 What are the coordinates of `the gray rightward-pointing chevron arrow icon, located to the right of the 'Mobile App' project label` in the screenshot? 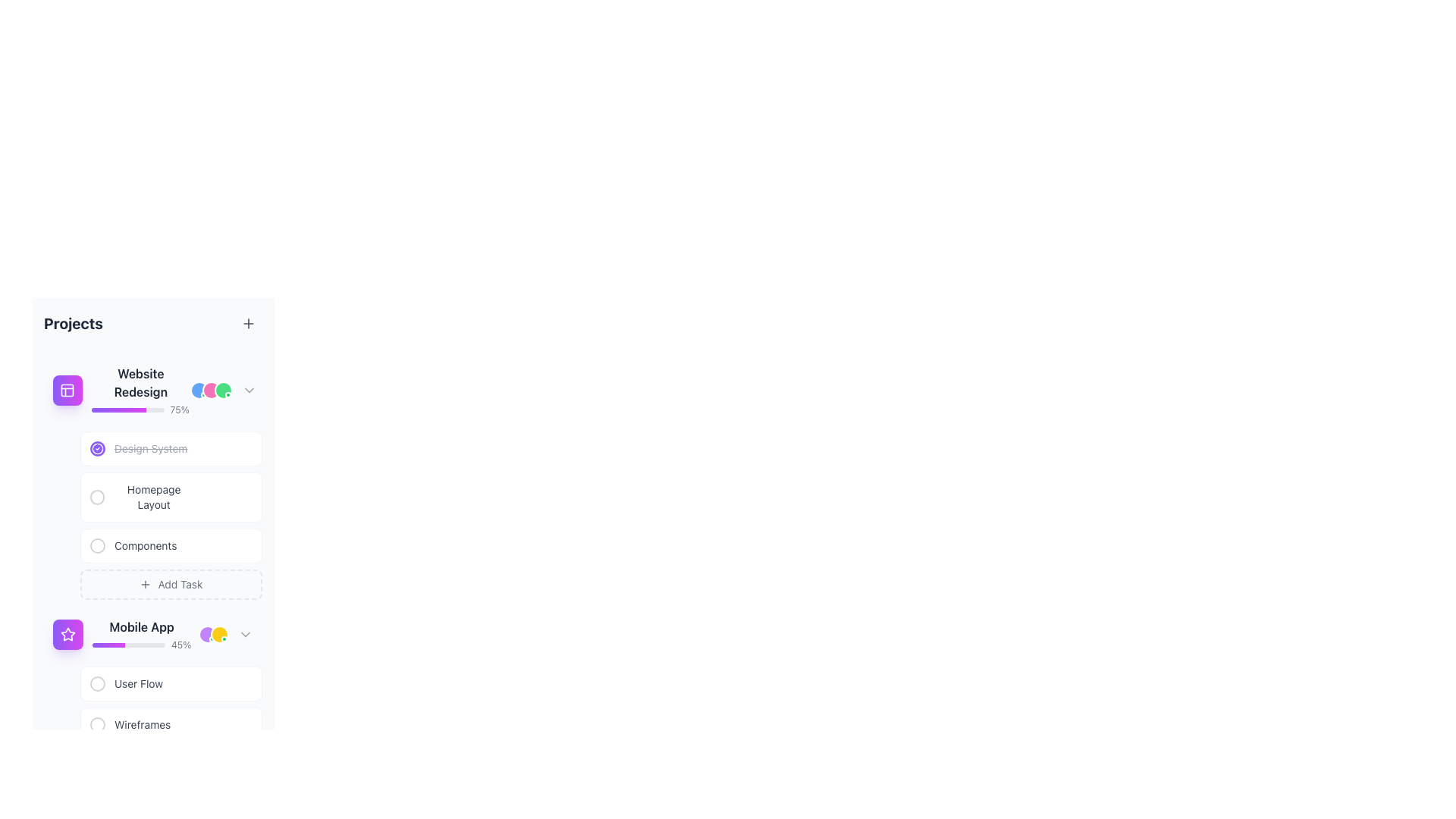 It's located at (246, 635).